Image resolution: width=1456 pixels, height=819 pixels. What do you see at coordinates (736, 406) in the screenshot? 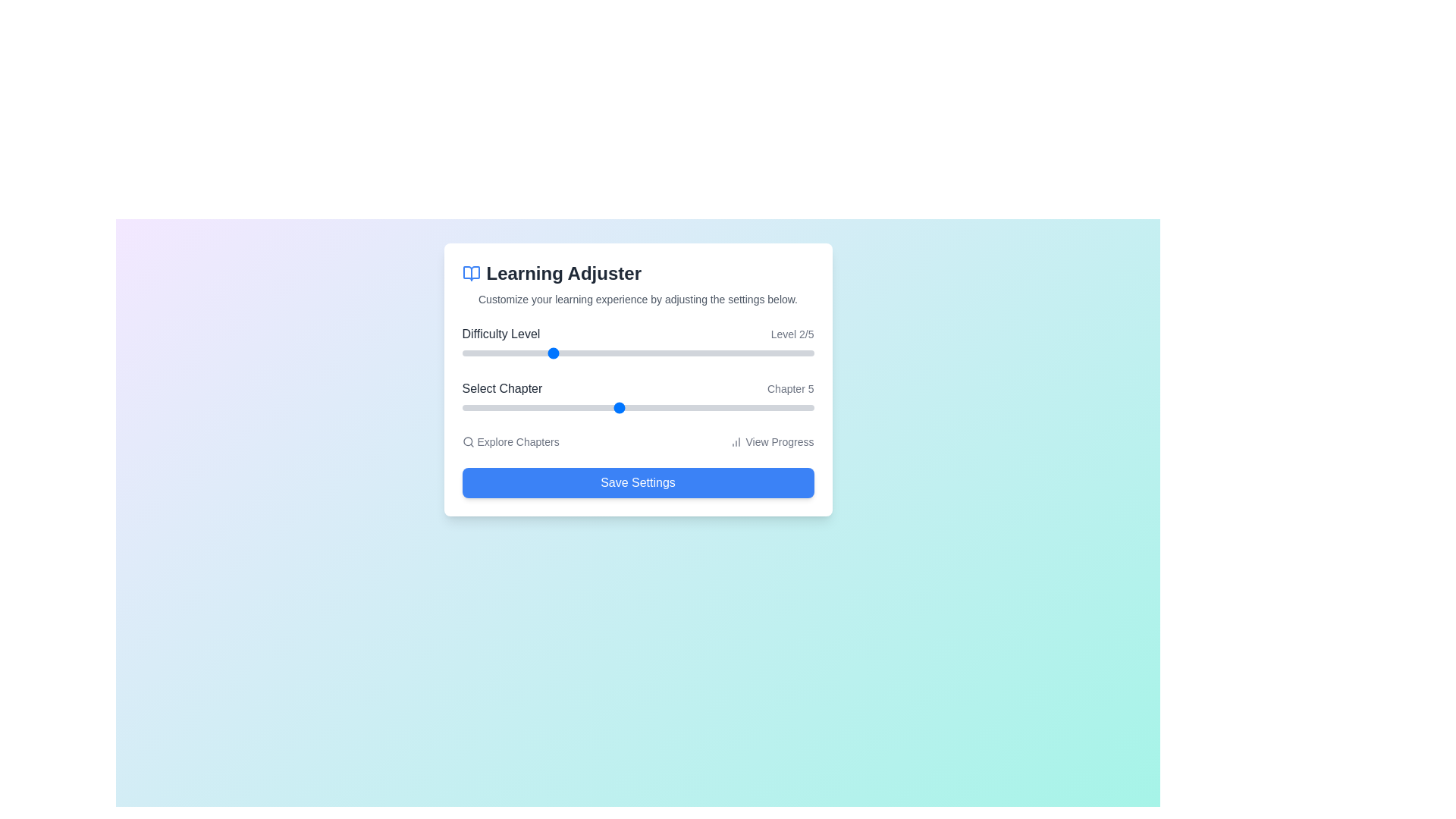
I see `the chapter` at bounding box center [736, 406].